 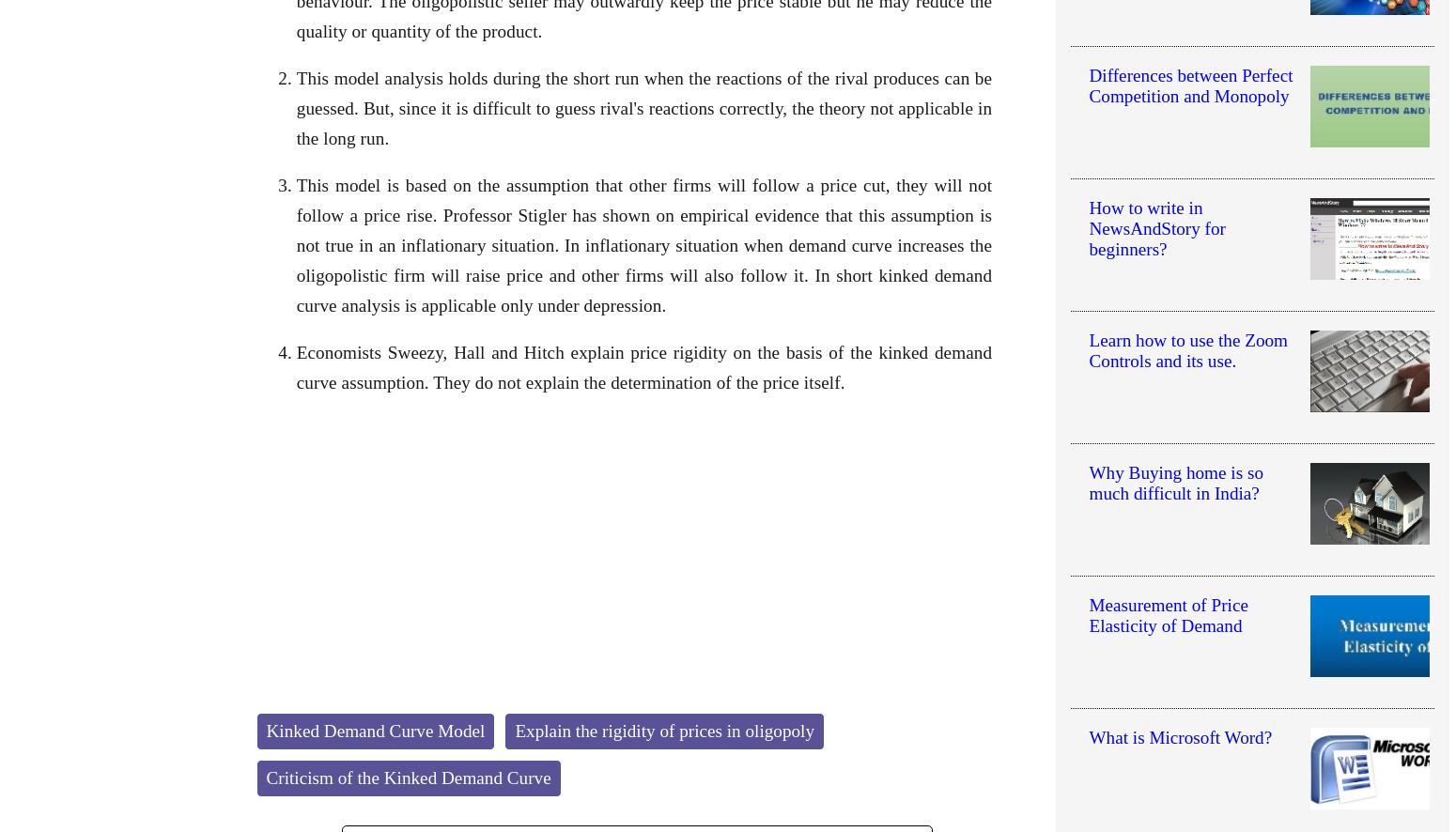 What do you see at coordinates (1087, 85) in the screenshot?
I see `'Differences between Perfect Competition and Monopoly'` at bounding box center [1087, 85].